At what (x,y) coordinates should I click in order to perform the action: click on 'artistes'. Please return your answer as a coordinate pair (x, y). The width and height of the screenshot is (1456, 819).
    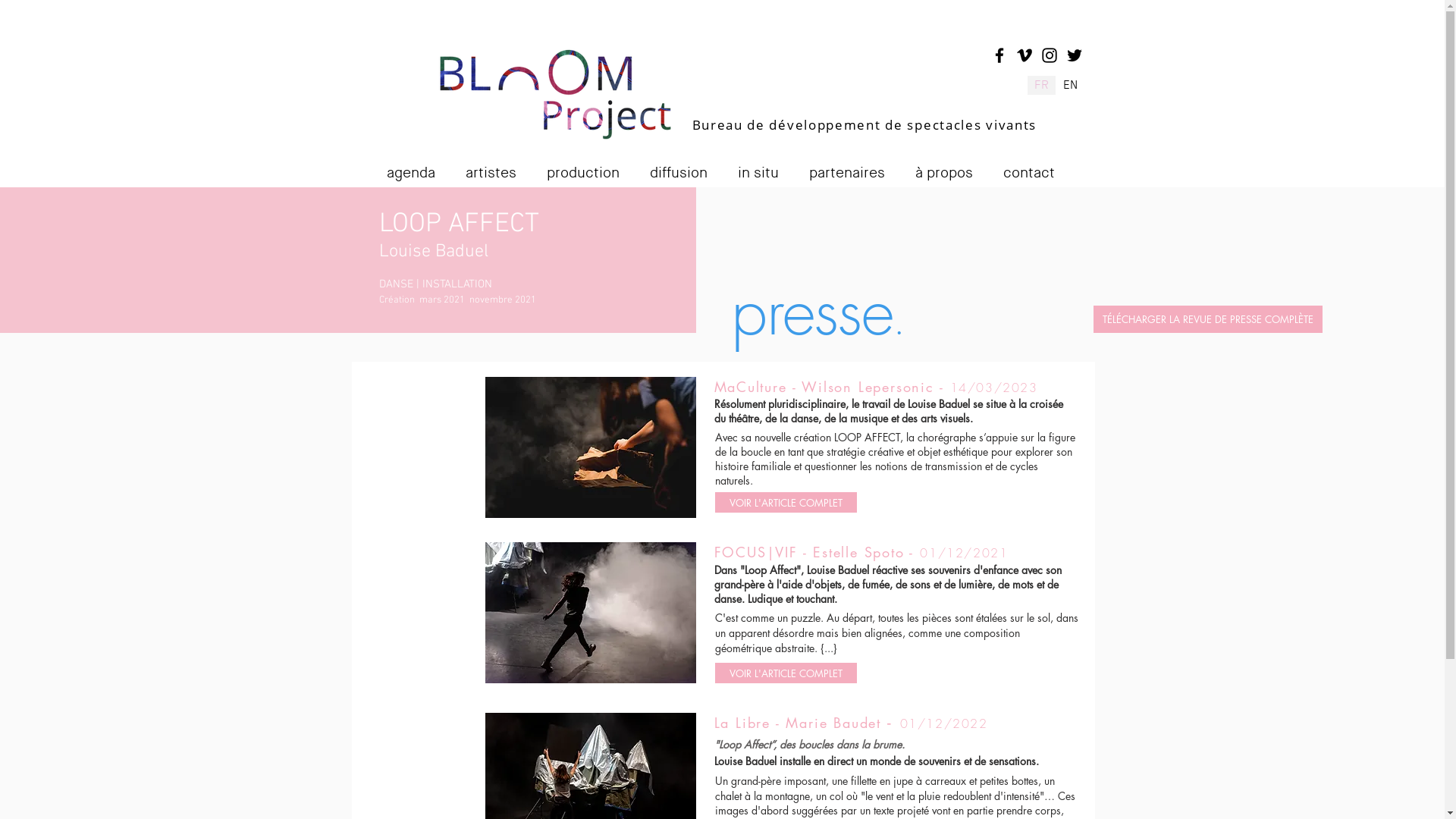
    Looking at the image, I should click on (500, 166).